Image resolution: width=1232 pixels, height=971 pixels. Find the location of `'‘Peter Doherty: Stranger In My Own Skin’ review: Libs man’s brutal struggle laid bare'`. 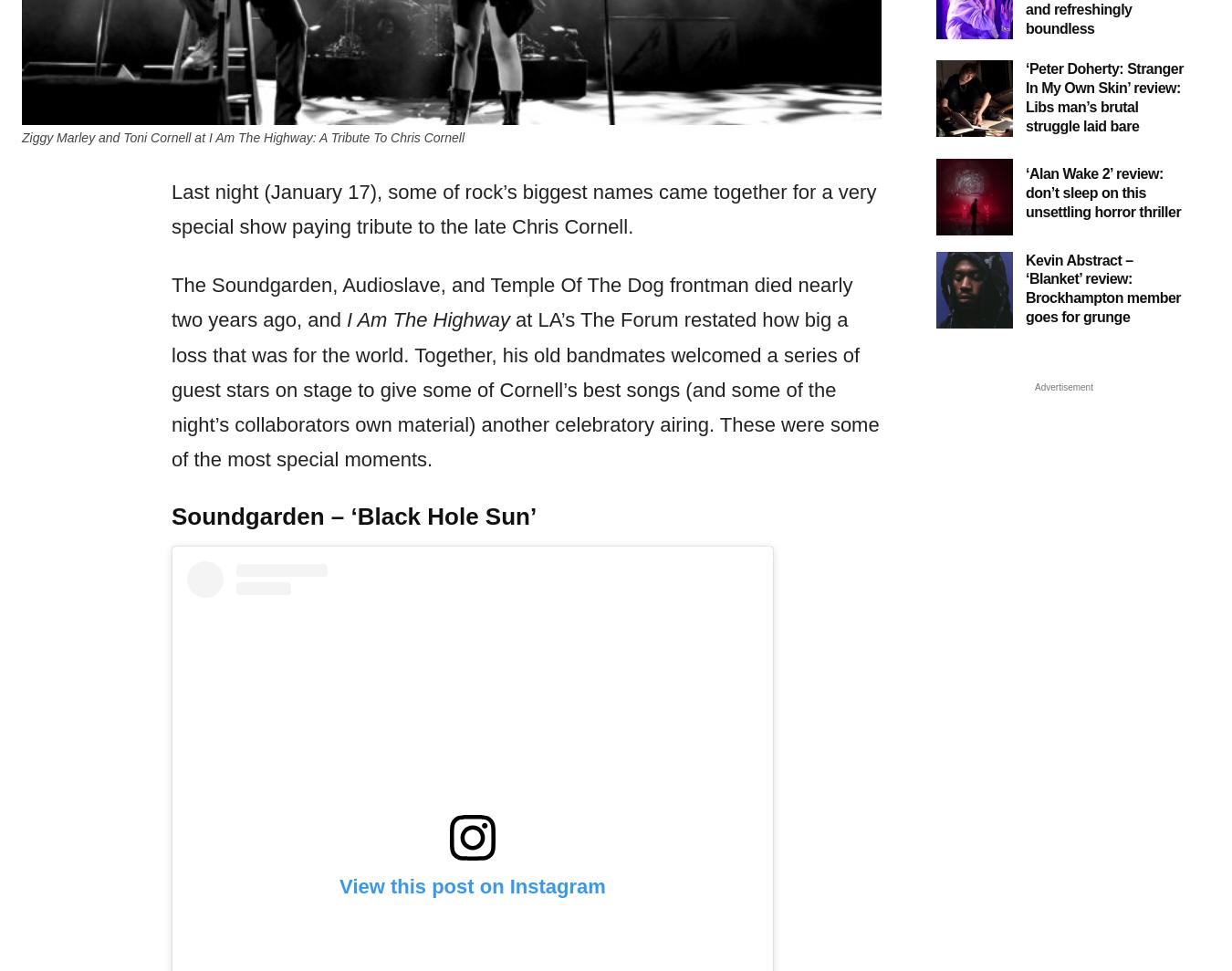

'‘Peter Doherty: Stranger In My Own Skin’ review: Libs man’s brutal struggle laid bare' is located at coordinates (1103, 97).